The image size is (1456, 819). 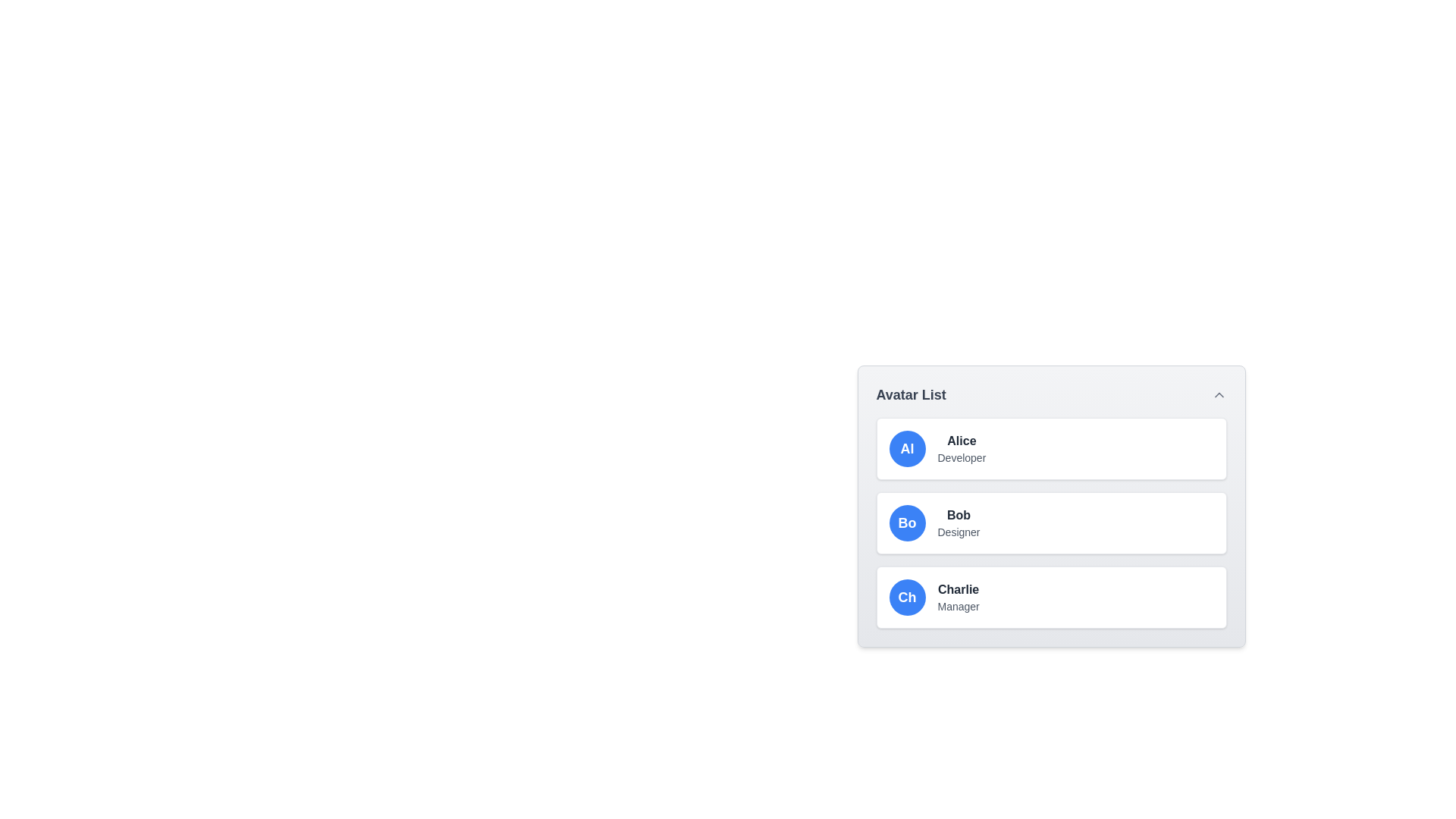 I want to click on the second item in the list that displays information about a person or entity, which includes a name and a role, so click(x=1050, y=550).